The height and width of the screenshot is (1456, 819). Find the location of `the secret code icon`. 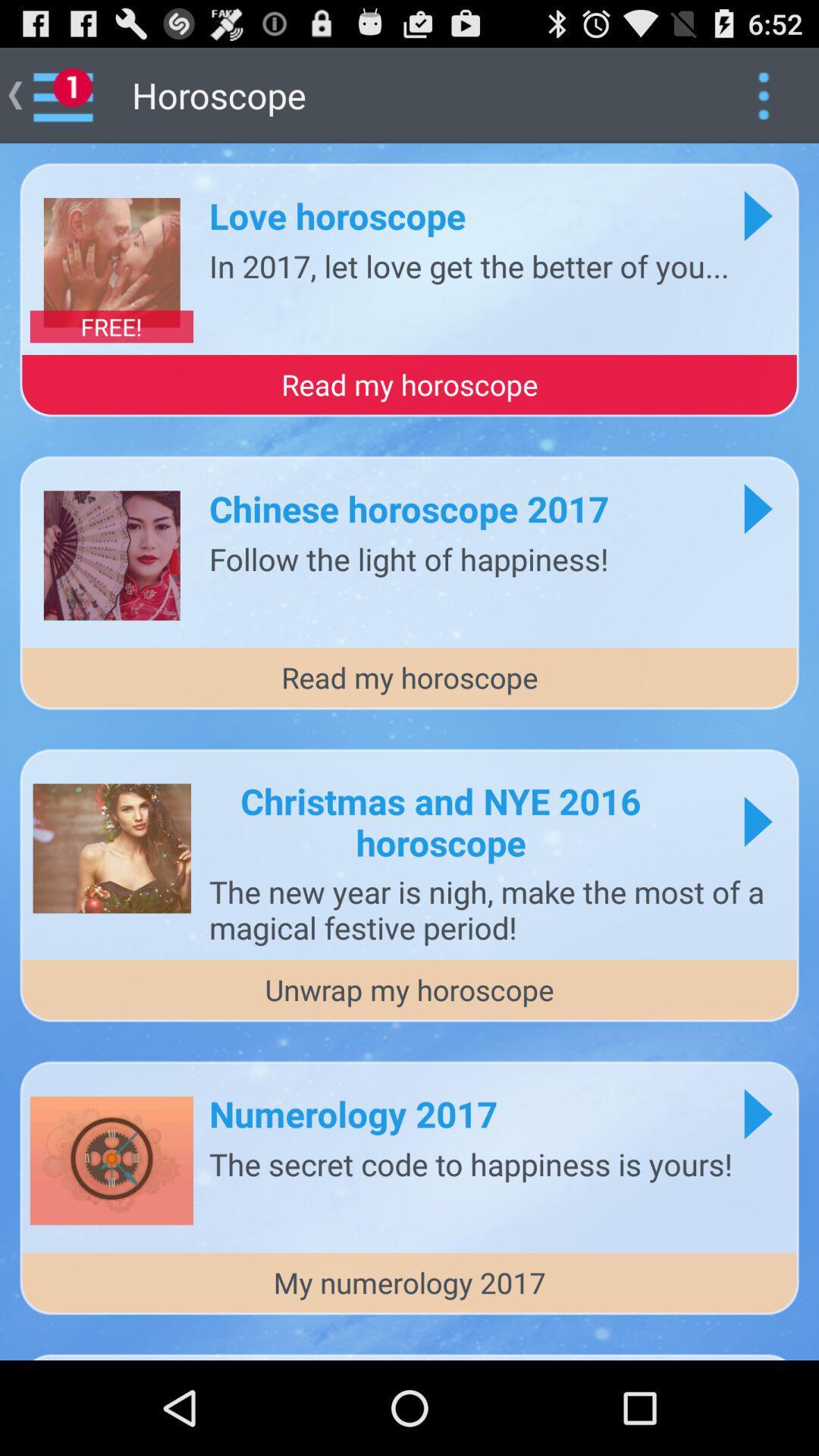

the secret code icon is located at coordinates (470, 1163).